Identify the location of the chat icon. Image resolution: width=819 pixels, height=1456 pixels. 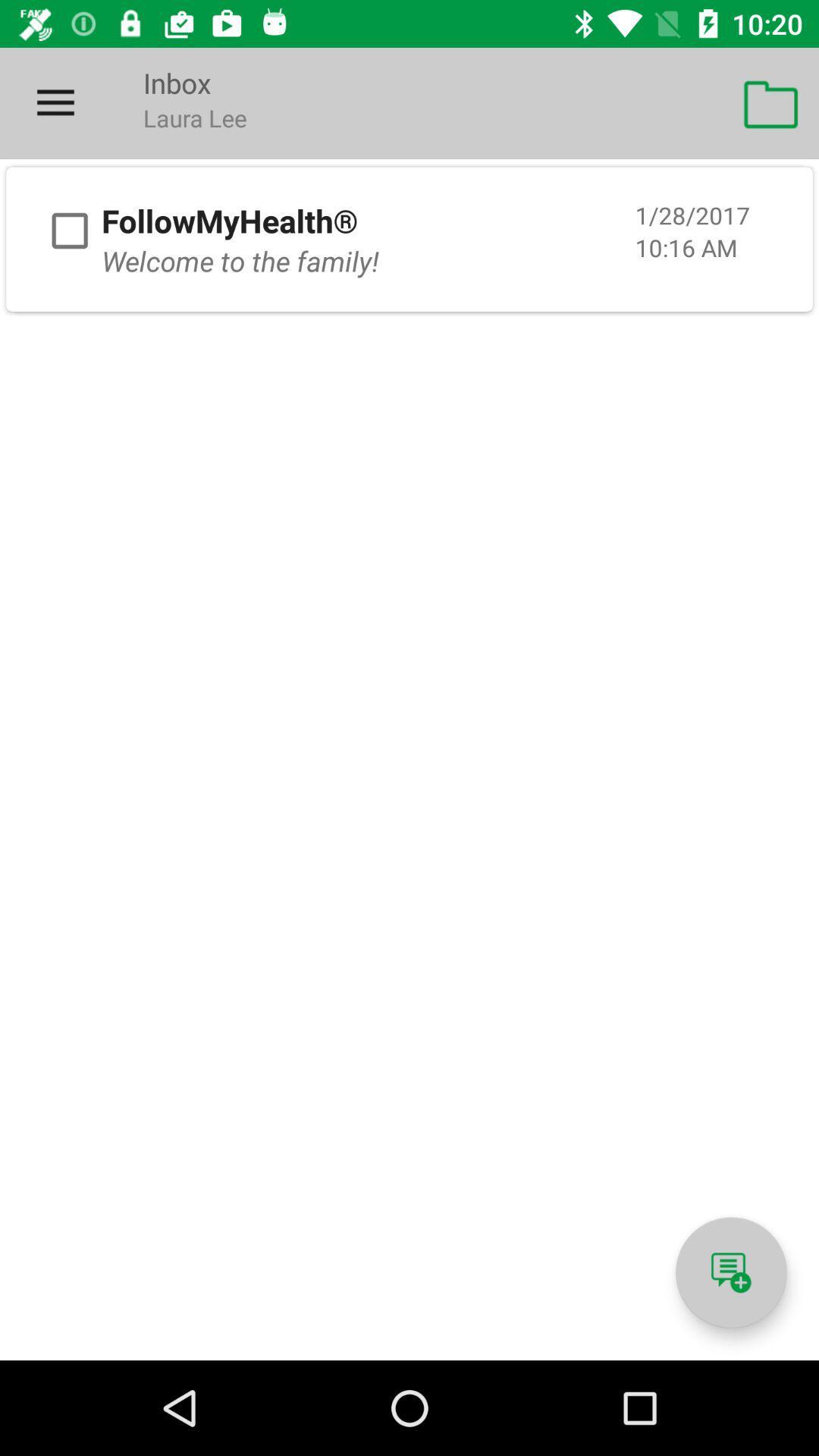
(730, 1272).